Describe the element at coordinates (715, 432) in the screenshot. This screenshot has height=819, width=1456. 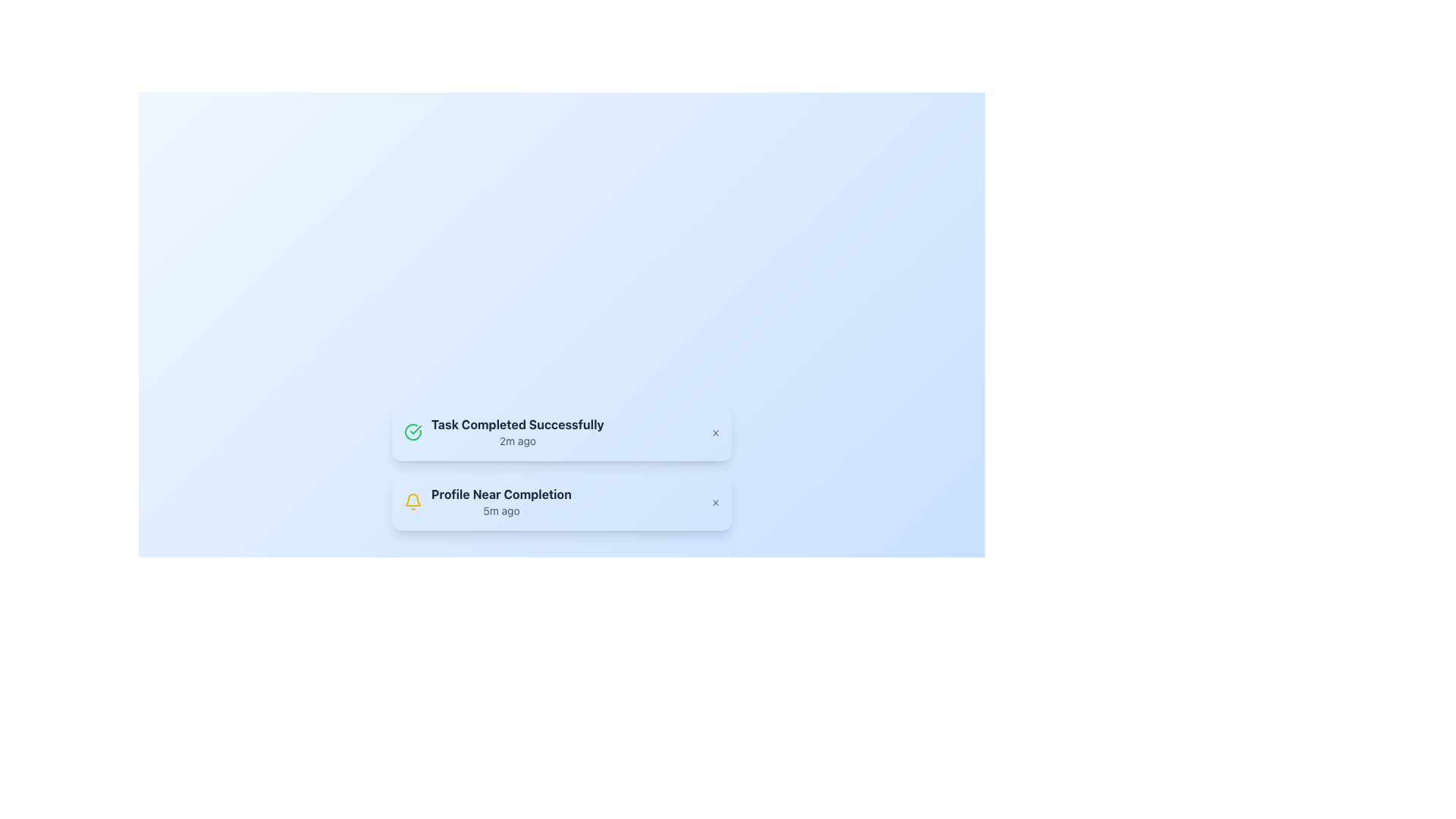
I see `the Close Button represented by an '×' character in gray color located at the top-right corner of the notification box titled 'Task Completed Successfully'` at that location.